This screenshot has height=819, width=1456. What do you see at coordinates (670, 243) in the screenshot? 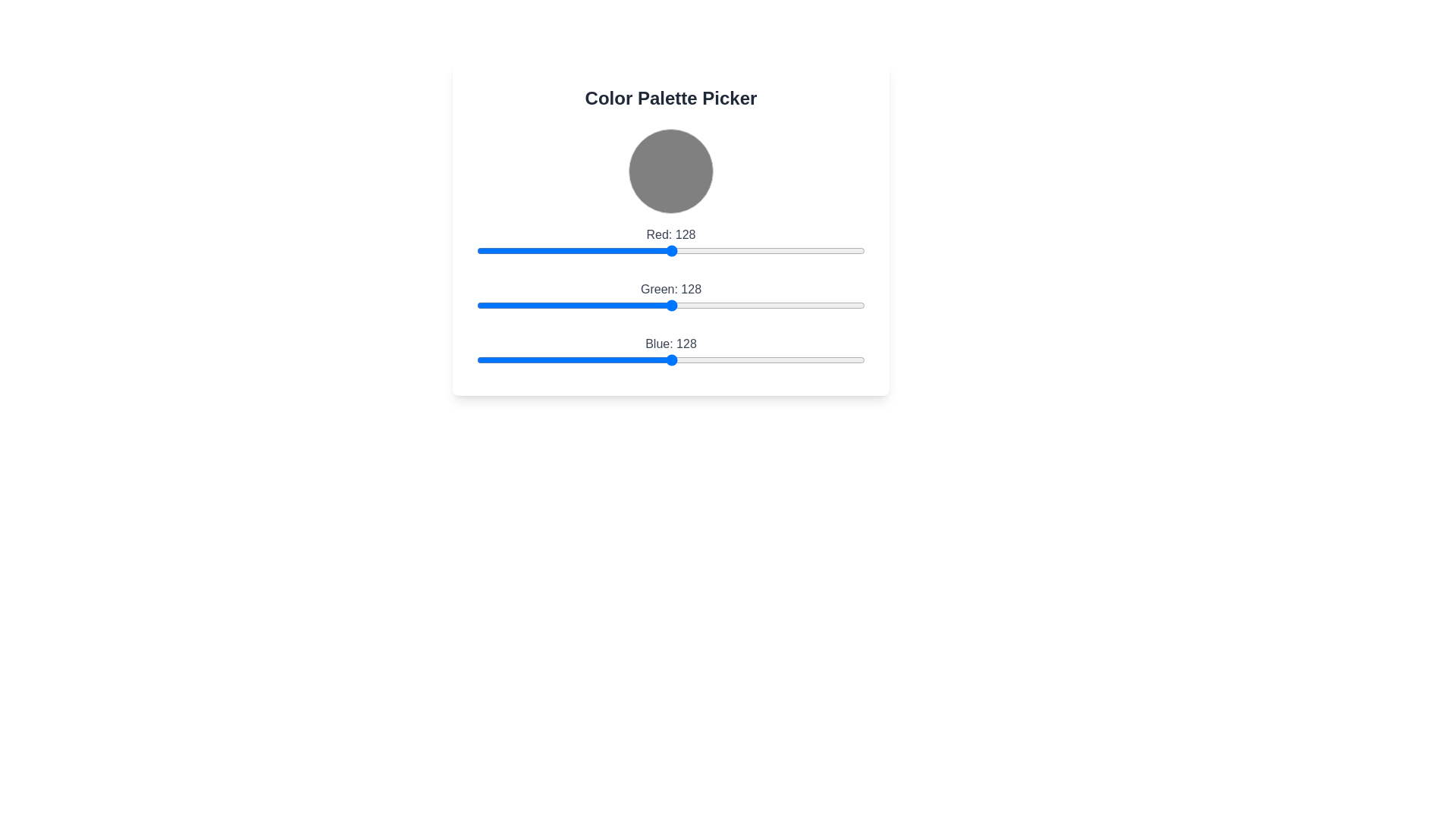
I see `the track of the first range slider labeled 'Red: 128' in the 'Color Palette Picker' to jump the handle to that position` at bounding box center [670, 243].